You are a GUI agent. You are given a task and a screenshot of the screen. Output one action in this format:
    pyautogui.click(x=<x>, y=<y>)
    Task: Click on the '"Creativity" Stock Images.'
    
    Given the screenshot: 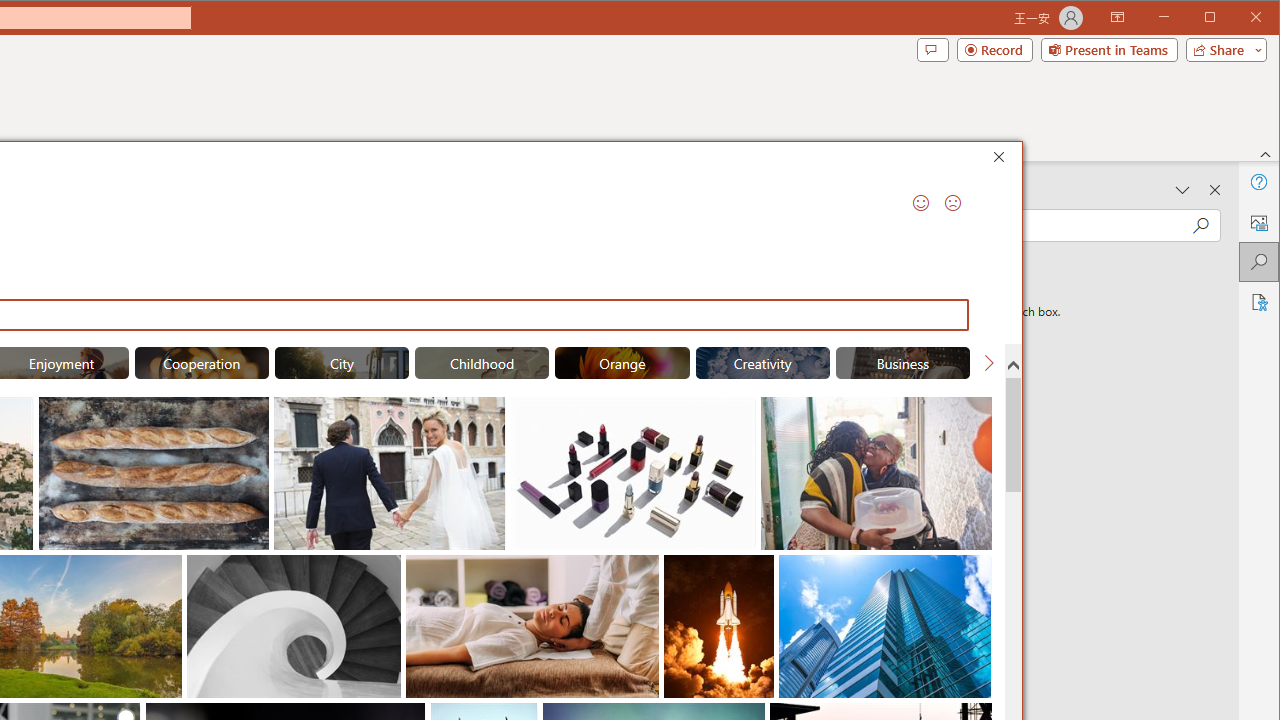 What is the action you would take?
    pyautogui.click(x=761, y=362)
    